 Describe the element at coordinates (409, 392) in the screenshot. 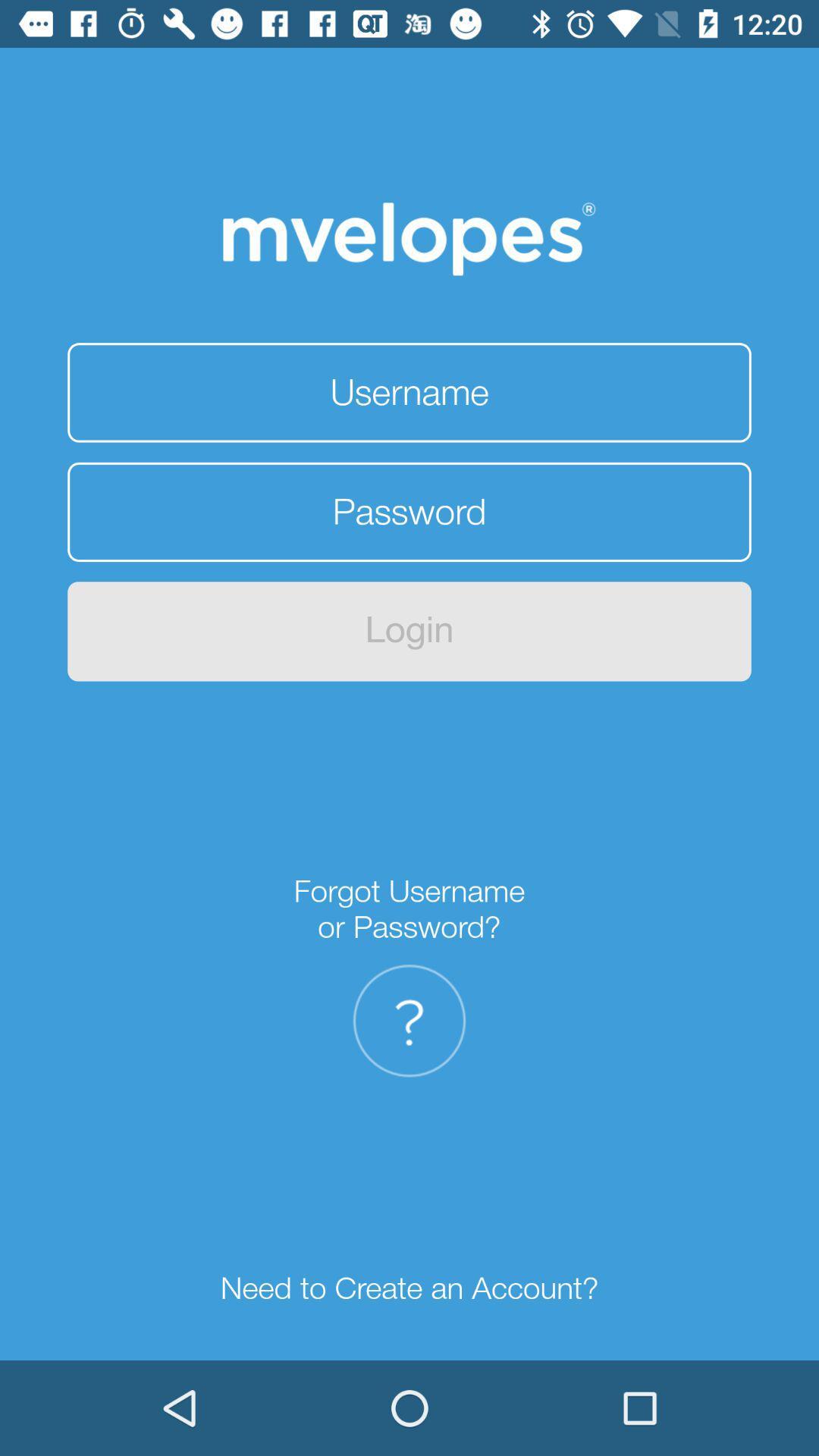

I see `username` at that location.